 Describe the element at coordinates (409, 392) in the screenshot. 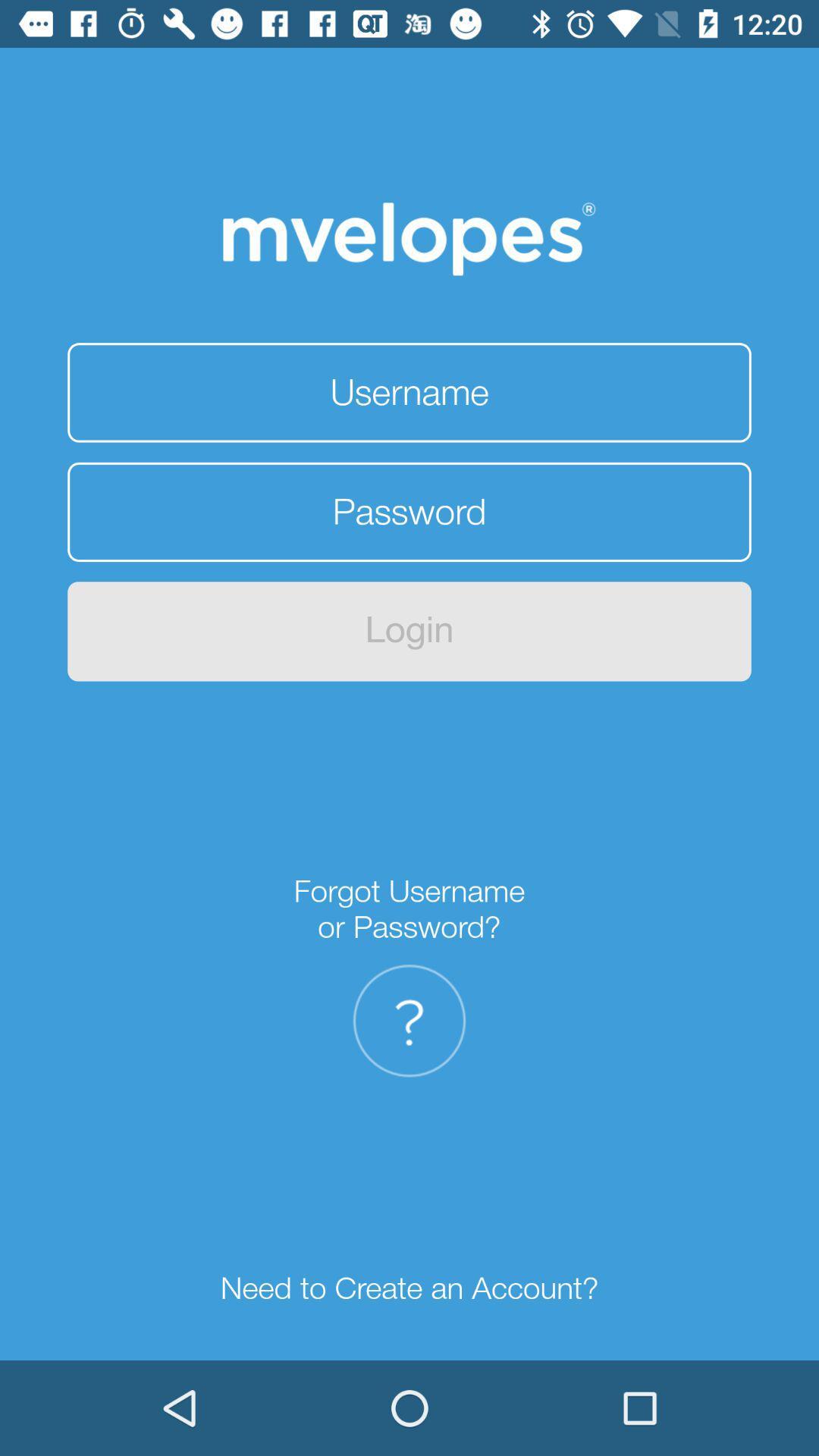

I see `username` at that location.